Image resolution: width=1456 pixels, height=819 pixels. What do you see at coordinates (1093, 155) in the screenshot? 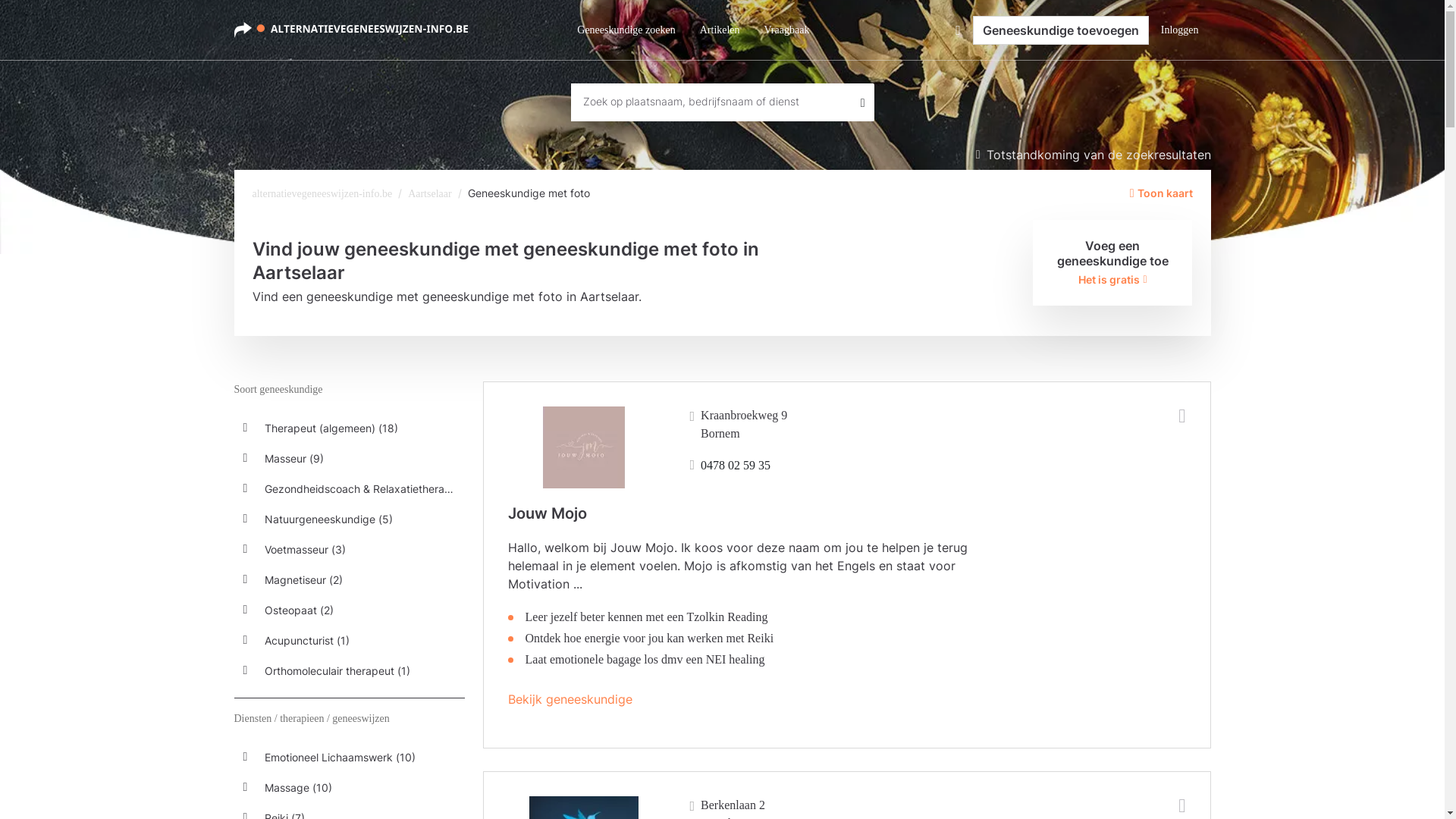
I see `'Totstandkoming van de zoekresultaten'` at bounding box center [1093, 155].